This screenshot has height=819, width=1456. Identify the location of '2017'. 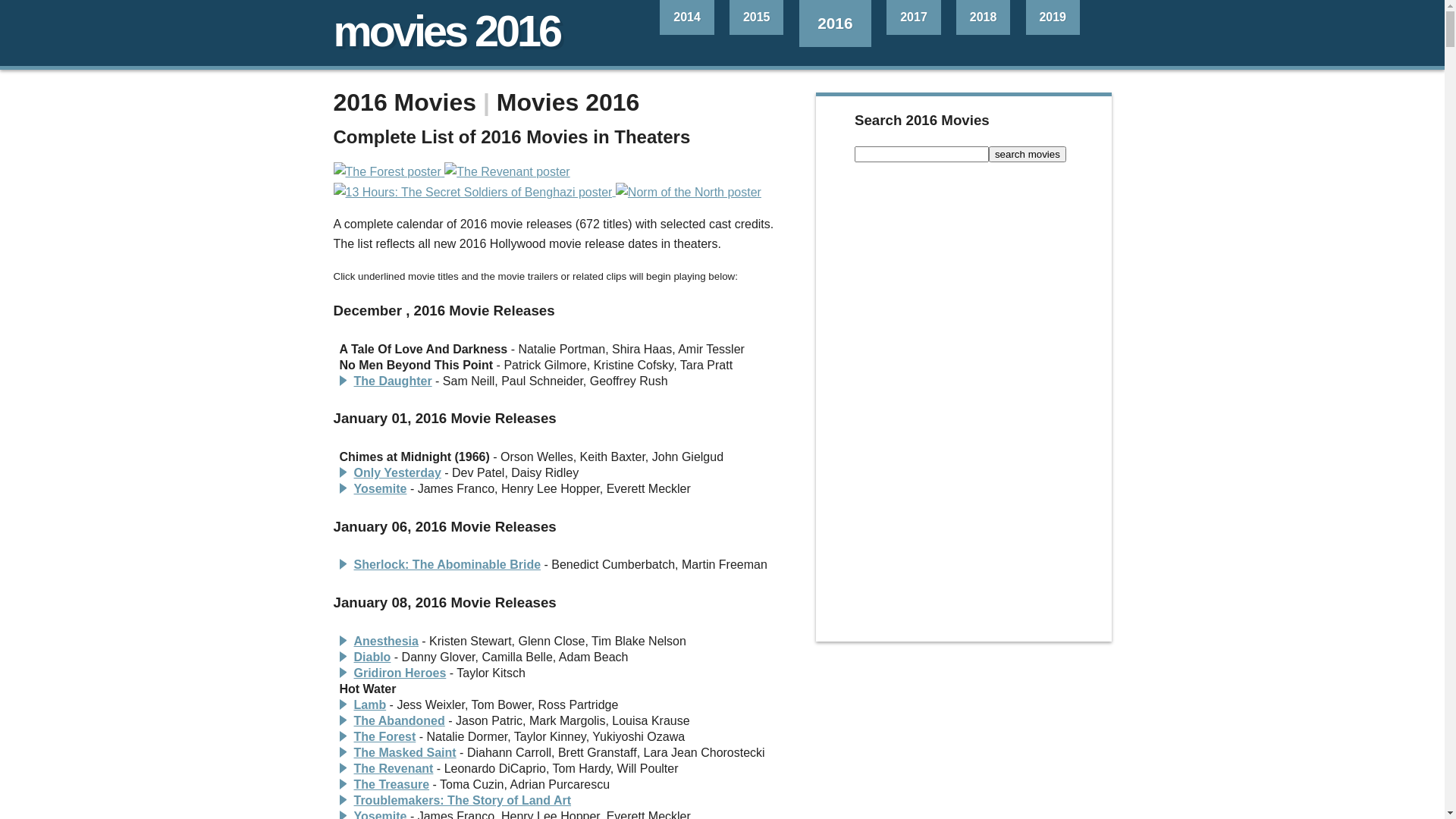
(912, 17).